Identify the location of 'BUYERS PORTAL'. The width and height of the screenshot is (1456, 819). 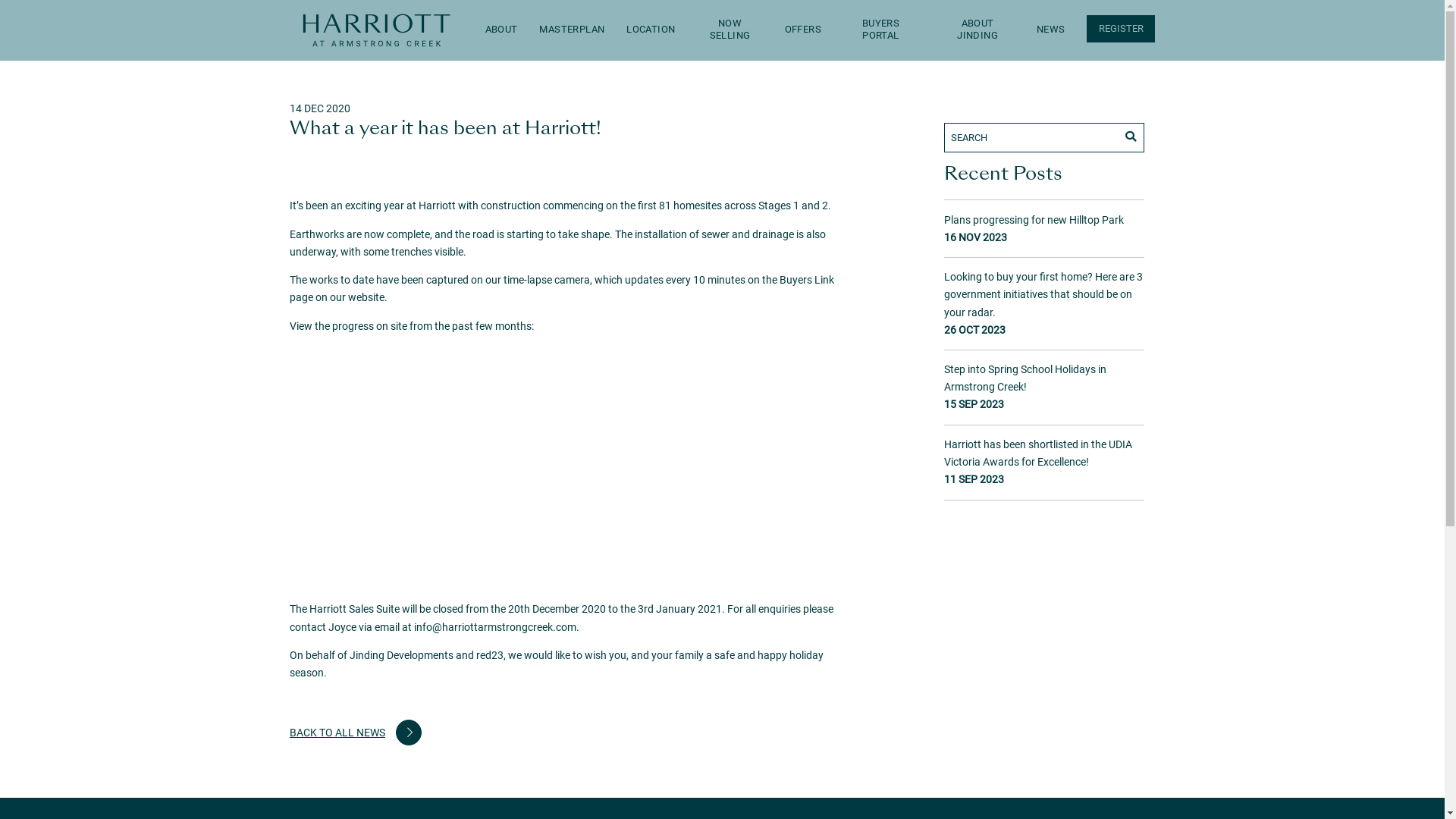
(880, 30).